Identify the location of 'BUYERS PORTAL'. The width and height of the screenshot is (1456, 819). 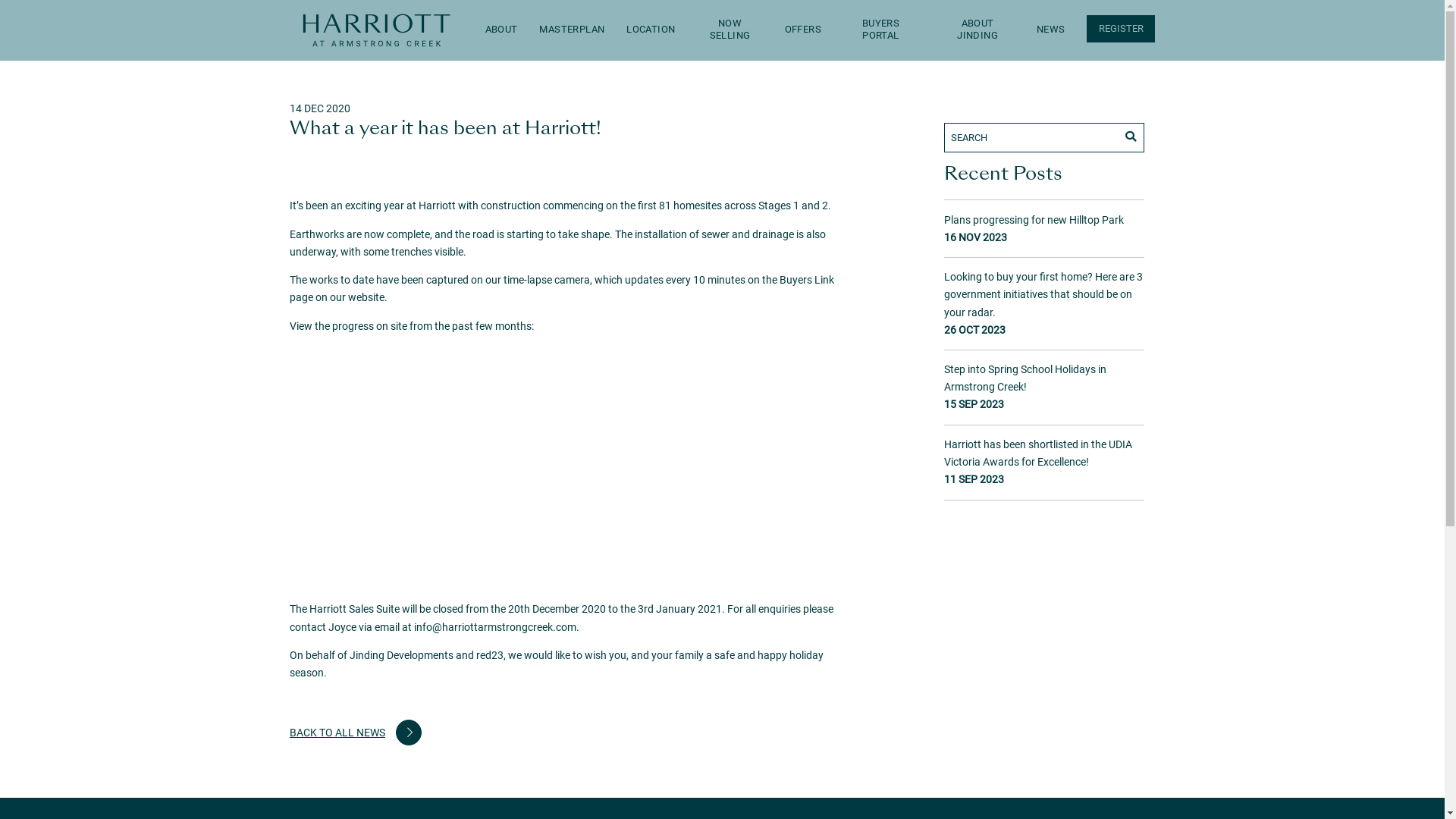
(880, 30).